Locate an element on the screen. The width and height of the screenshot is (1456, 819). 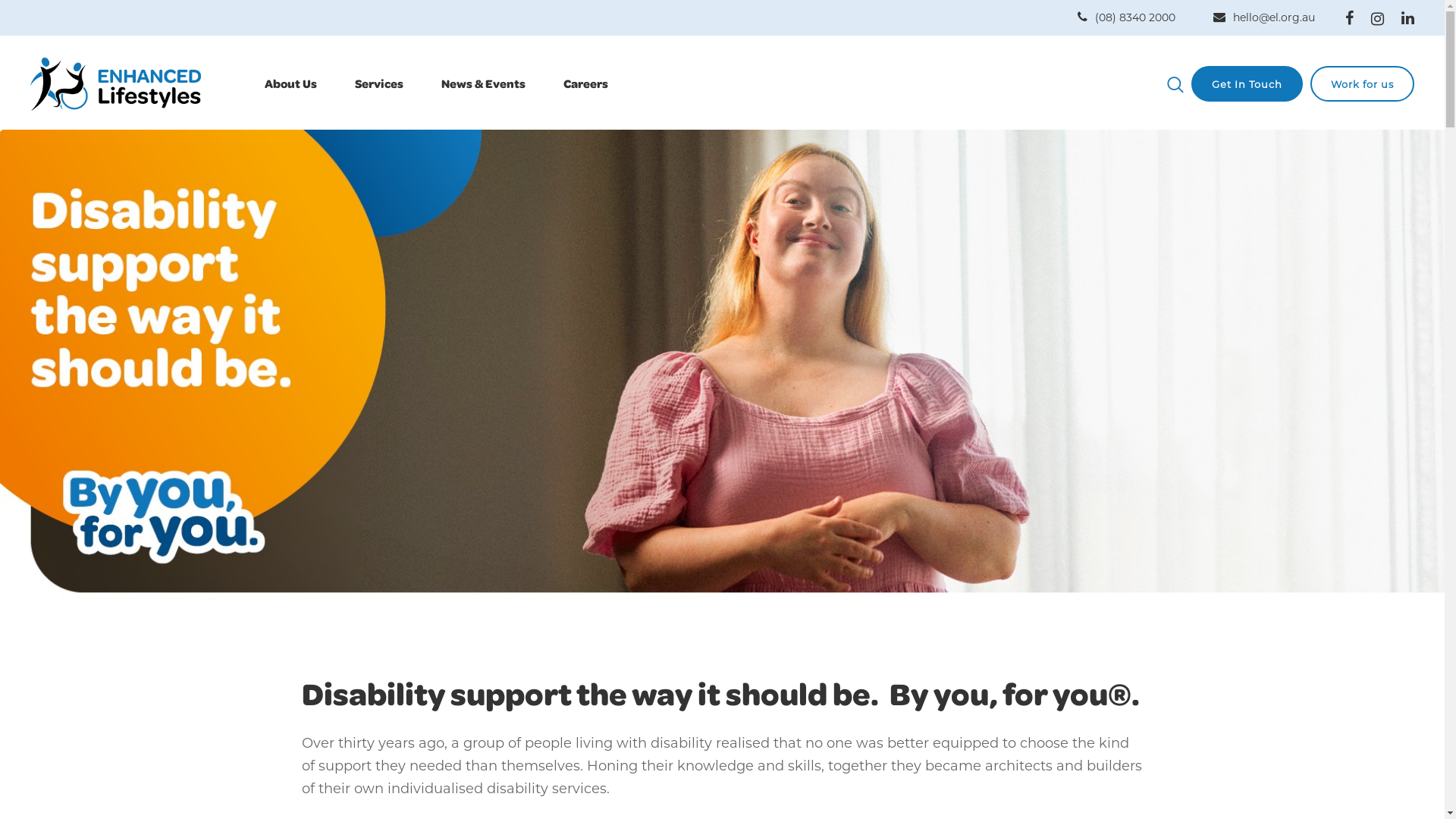
'(08) 8340 2000' is located at coordinates (1095, 17).